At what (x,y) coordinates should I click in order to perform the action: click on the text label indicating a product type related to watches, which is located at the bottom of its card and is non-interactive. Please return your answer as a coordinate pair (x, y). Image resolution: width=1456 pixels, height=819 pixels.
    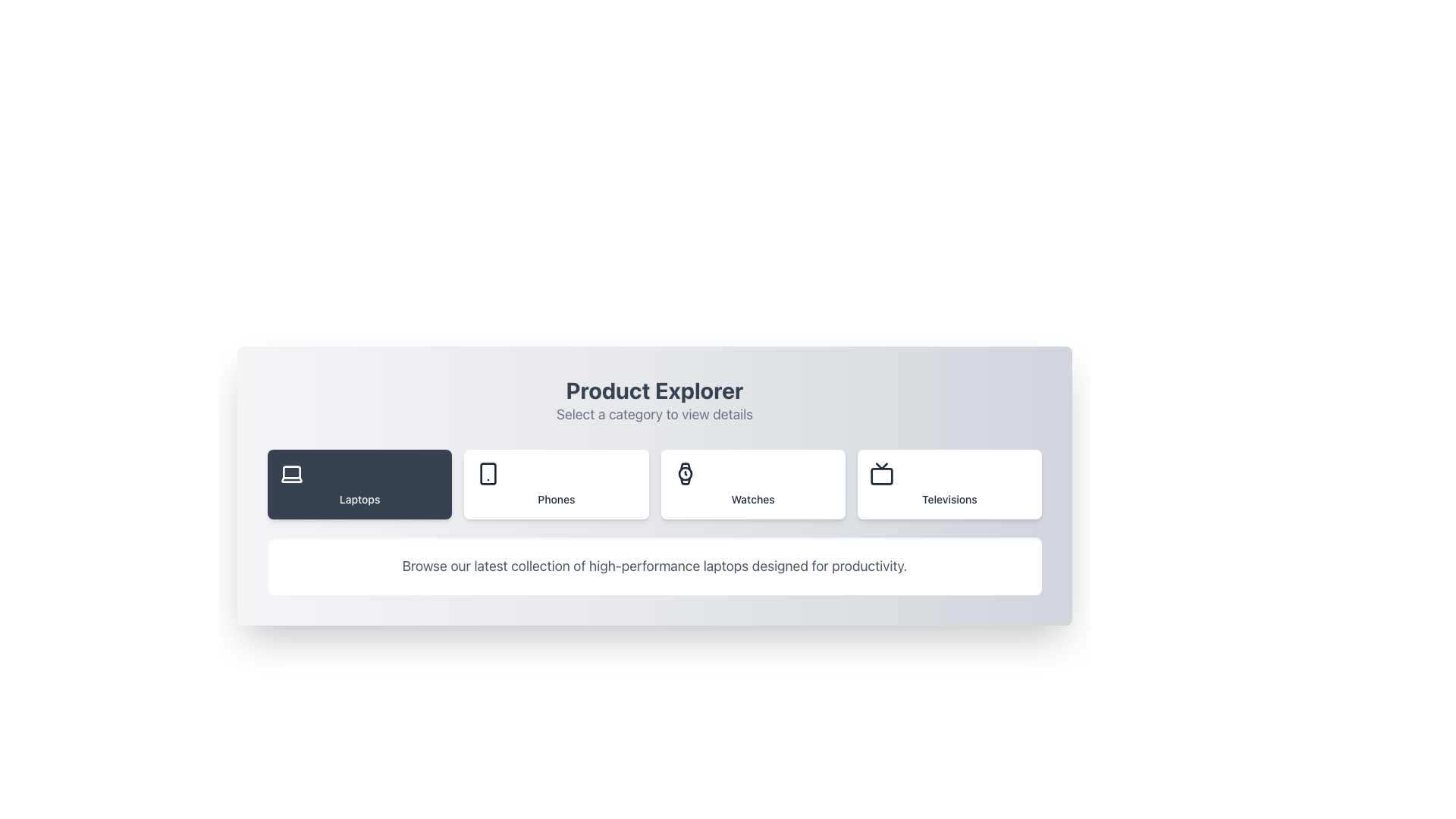
    Looking at the image, I should click on (753, 500).